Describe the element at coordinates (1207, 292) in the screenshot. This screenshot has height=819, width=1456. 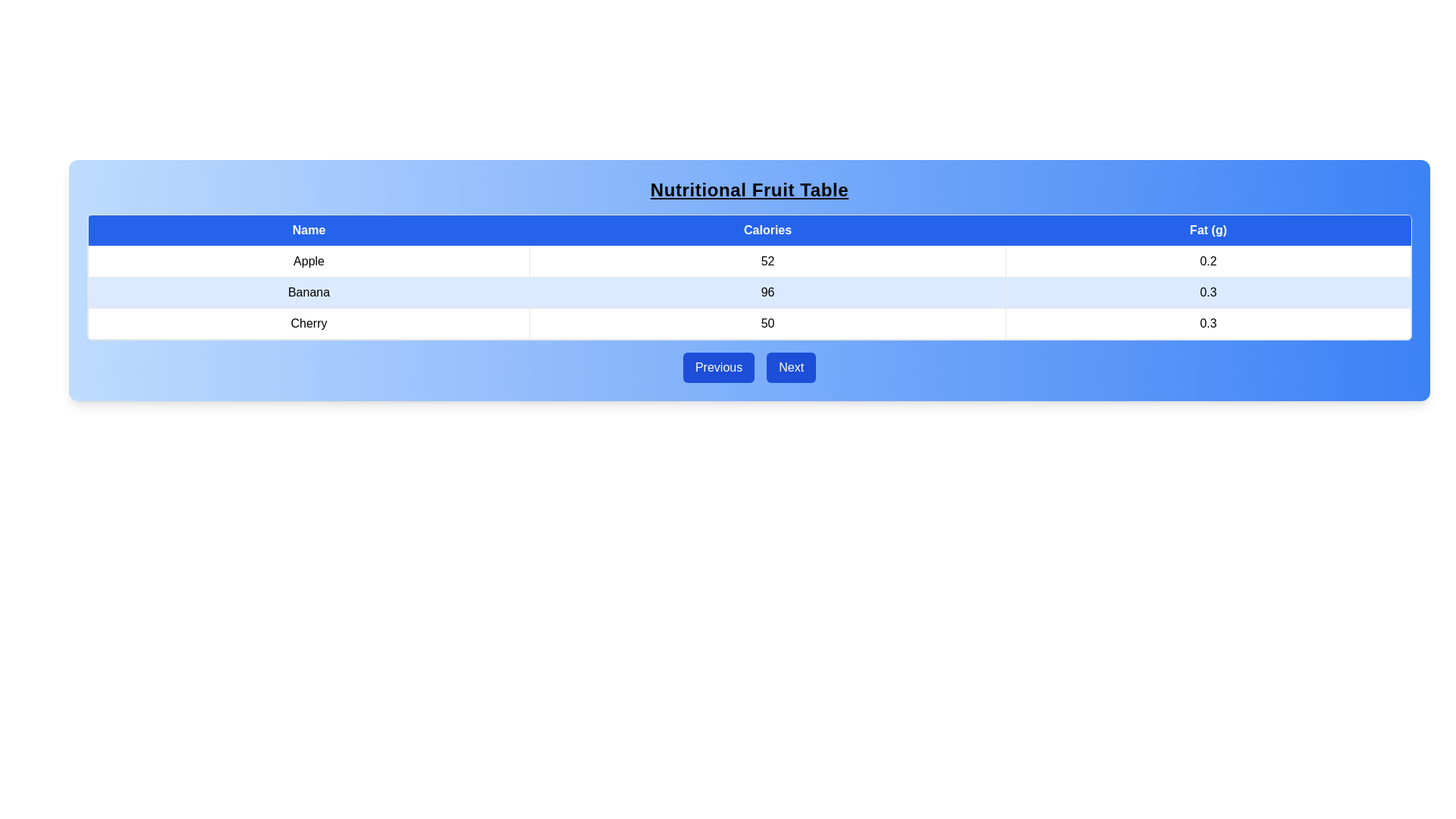
I see `text label displaying the value '0.3' located in the 'Fat (g)' column of the table row corresponding to 'Banana'` at that location.